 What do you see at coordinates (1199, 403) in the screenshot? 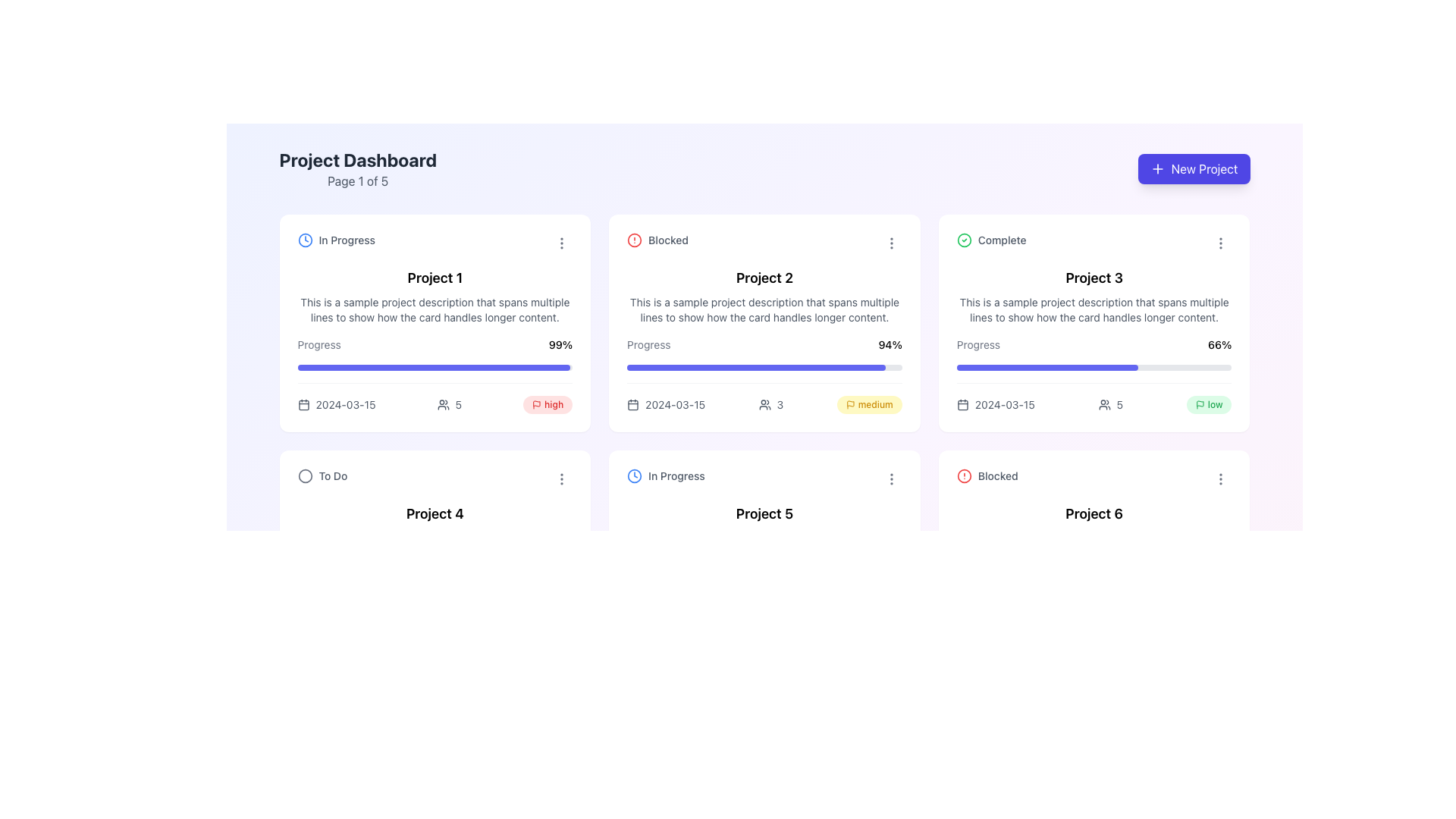
I see `the status icon indicating 'low' located in the bottom-right corner of the 'Project 3' card` at bounding box center [1199, 403].